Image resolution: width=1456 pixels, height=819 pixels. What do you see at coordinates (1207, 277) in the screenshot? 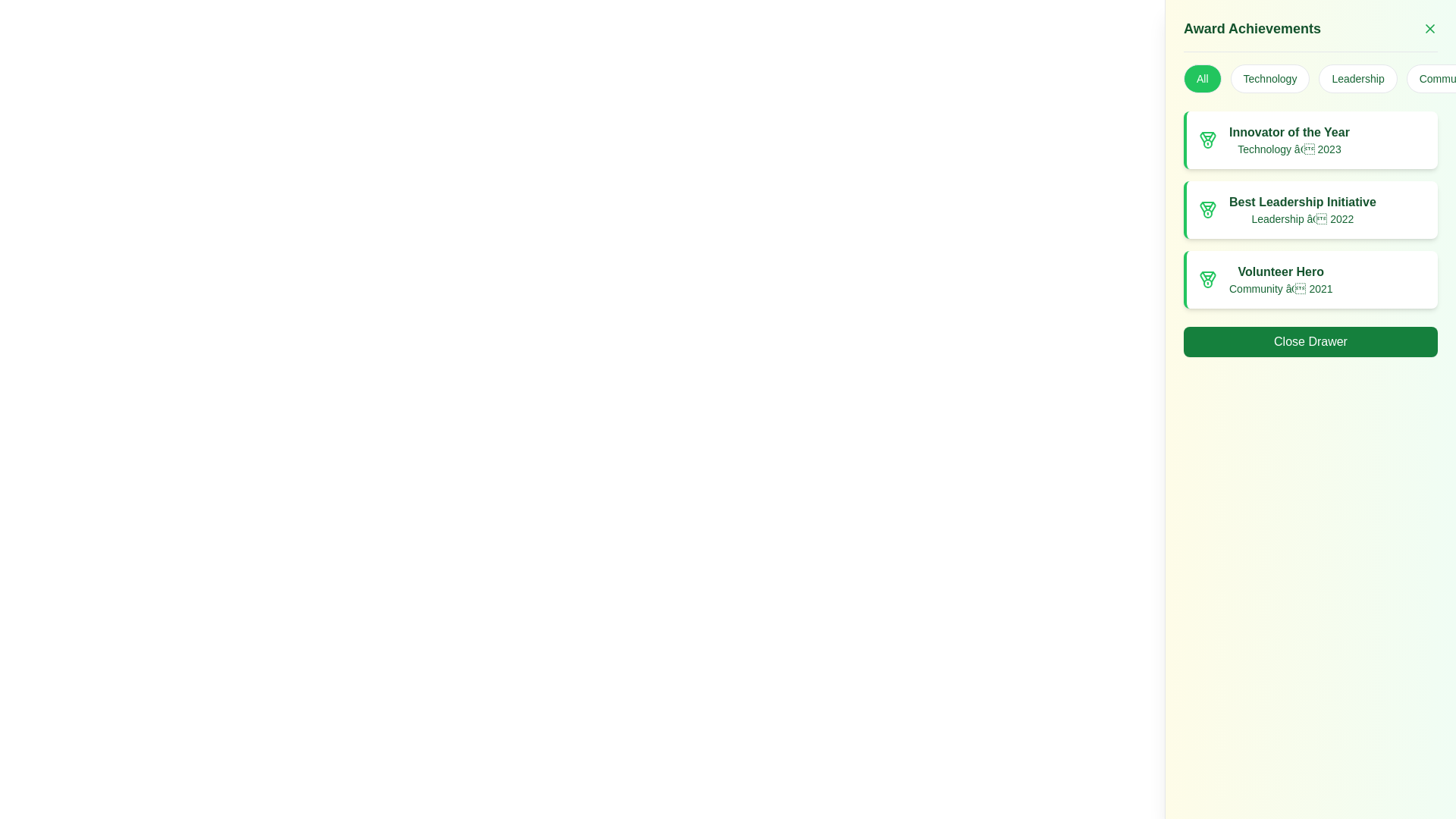
I see `the decorative shape within the SVG icon representing the 'Volunteer Hero' achievement, located at the center-bottom of the top-right panel` at bounding box center [1207, 277].